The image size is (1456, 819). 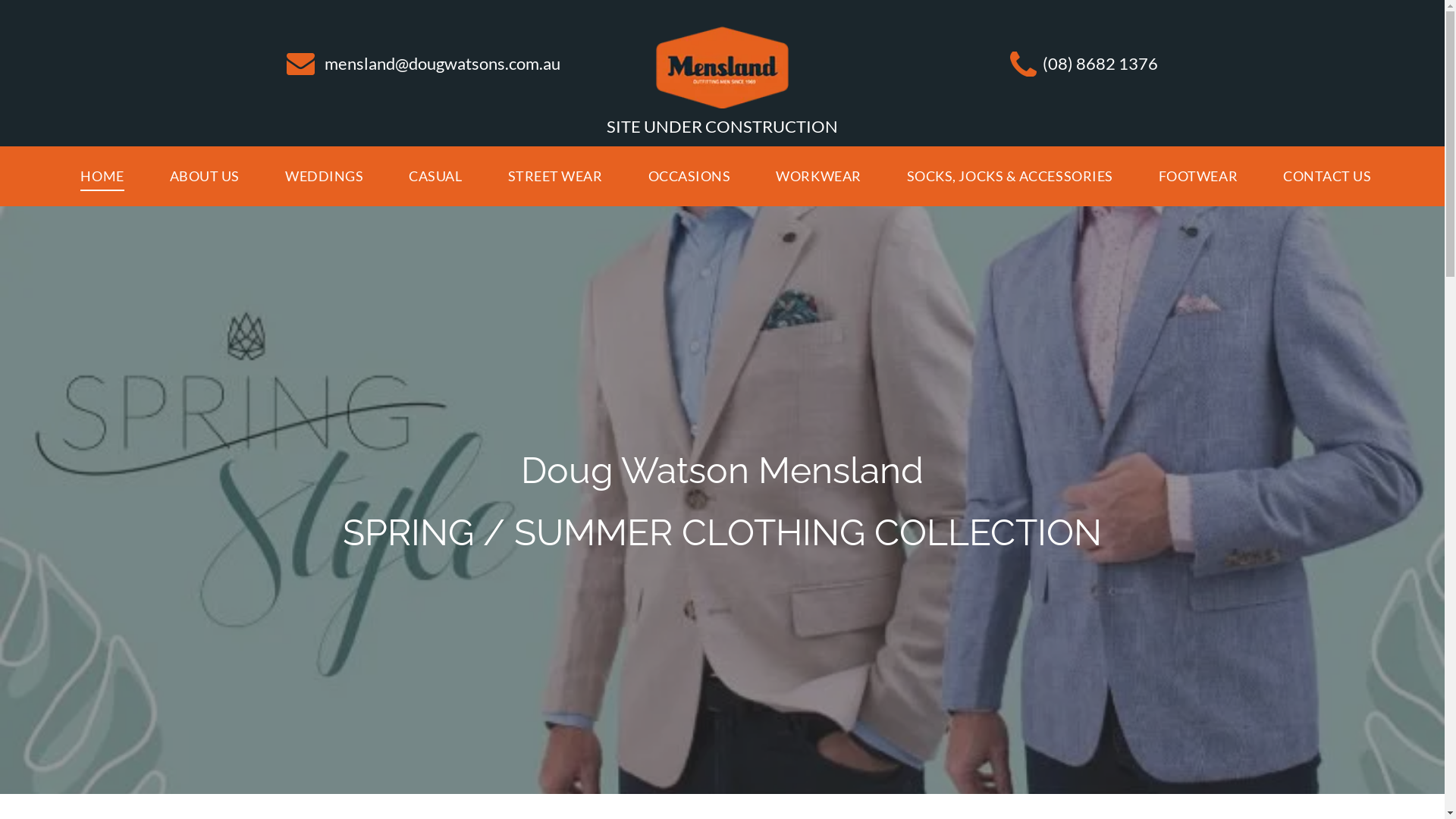 What do you see at coordinates (1100, 62) in the screenshot?
I see `'(08) 8682 1376'` at bounding box center [1100, 62].